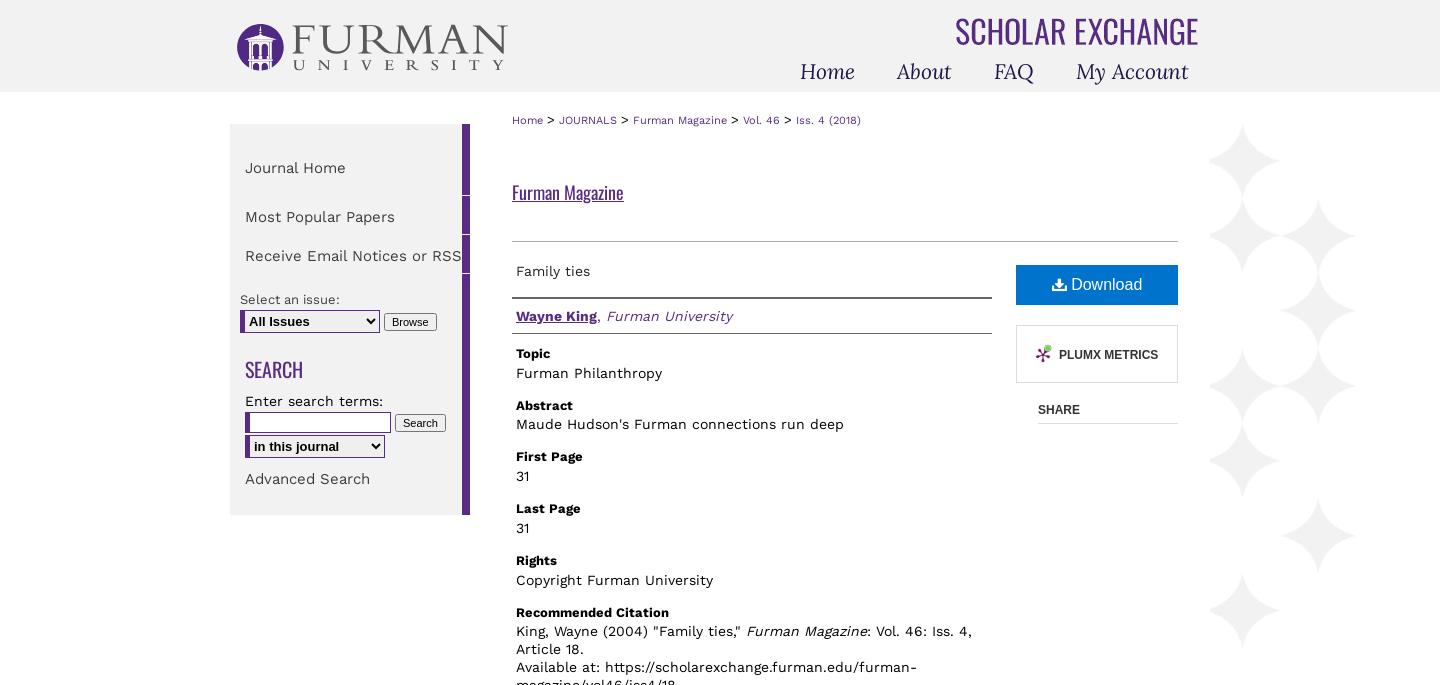 The width and height of the screenshot is (1440, 685). I want to click on 'Search', so click(273, 368).